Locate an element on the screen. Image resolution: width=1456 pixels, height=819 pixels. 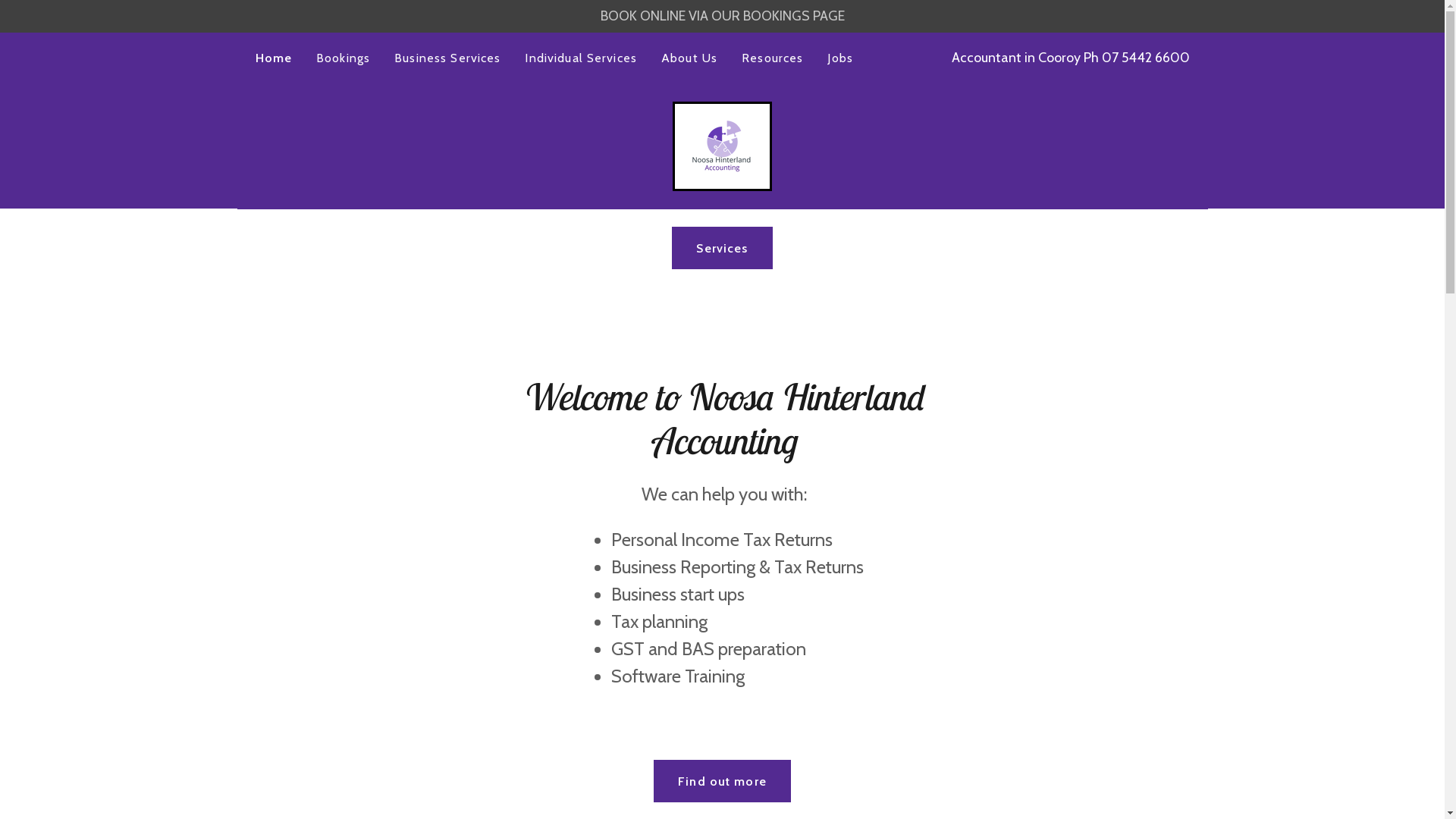
'About Us' is located at coordinates (688, 57).